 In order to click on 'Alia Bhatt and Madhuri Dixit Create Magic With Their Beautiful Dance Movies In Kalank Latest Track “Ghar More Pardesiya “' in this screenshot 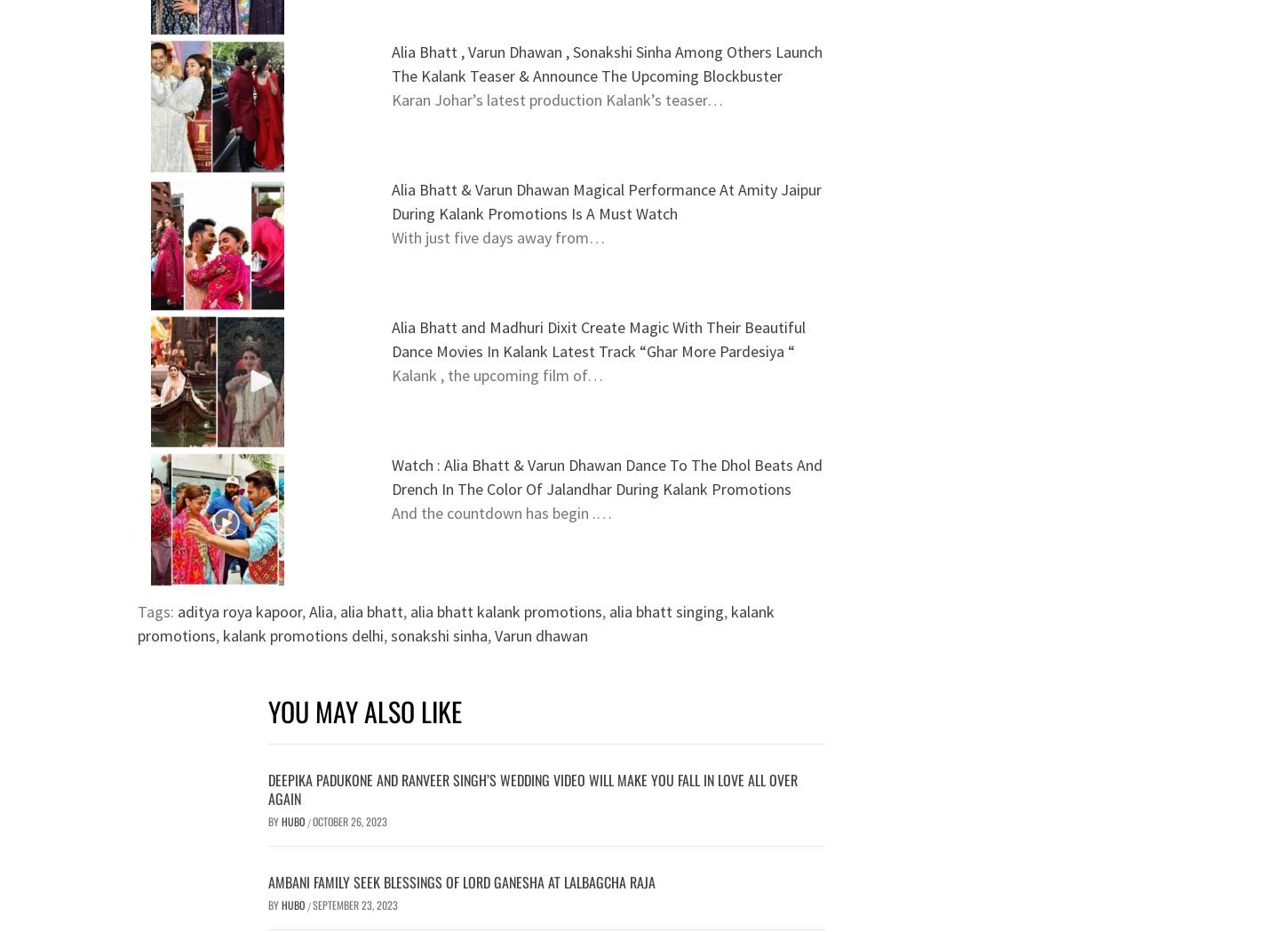, I will do `click(389, 339)`.